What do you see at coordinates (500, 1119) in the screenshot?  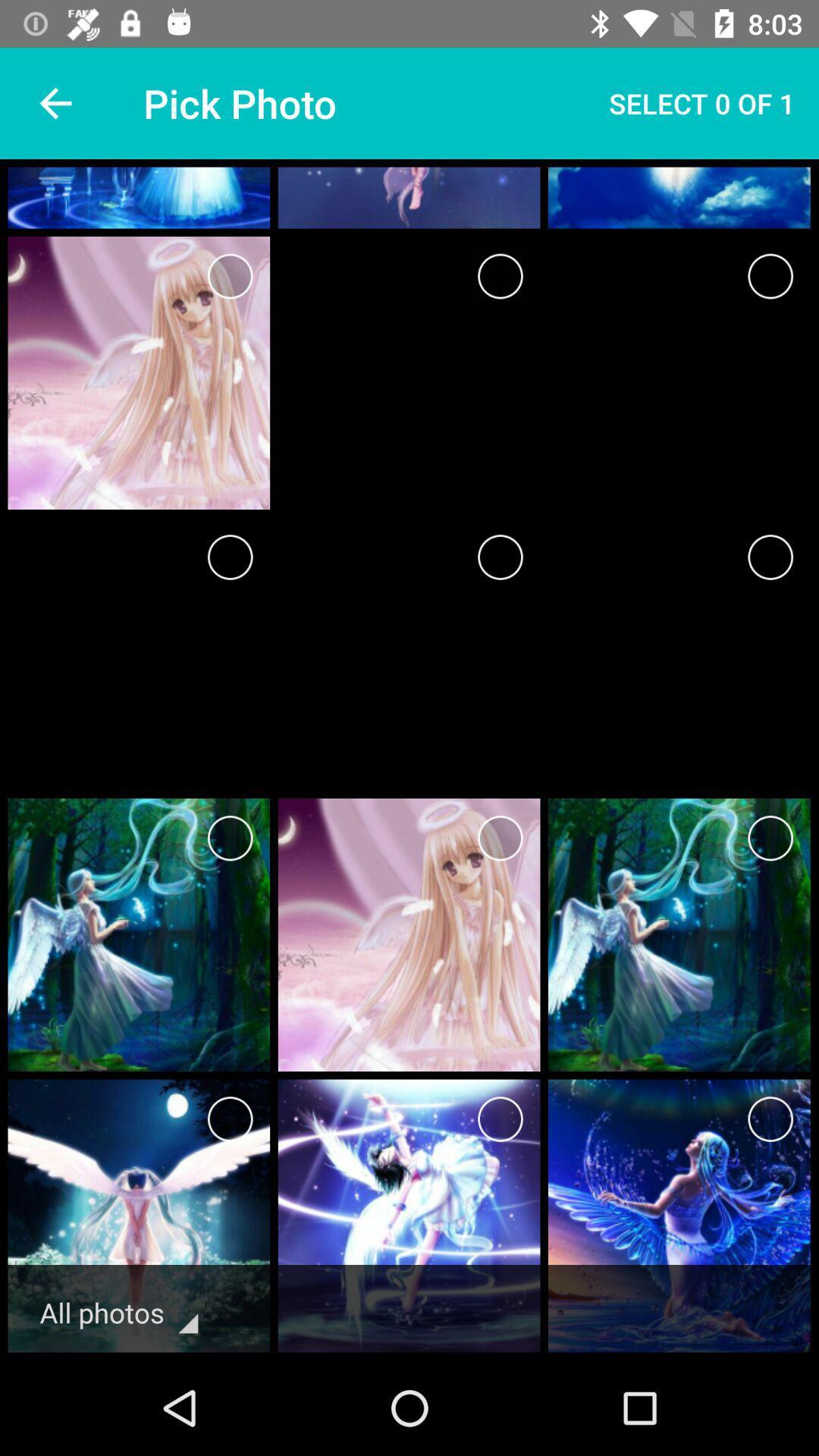 I see `image` at bounding box center [500, 1119].